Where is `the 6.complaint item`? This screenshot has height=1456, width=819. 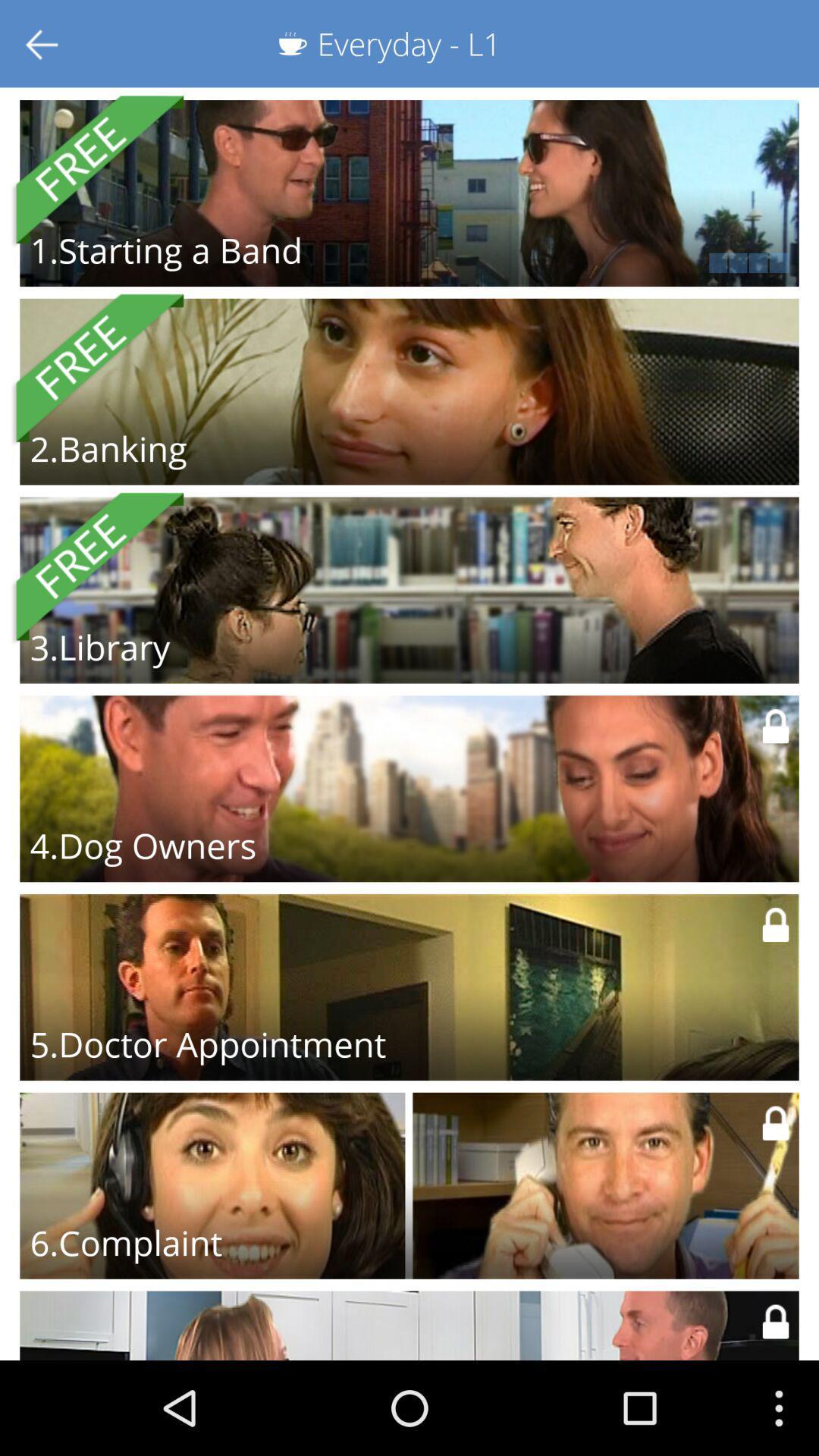 the 6.complaint item is located at coordinates (125, 1242).